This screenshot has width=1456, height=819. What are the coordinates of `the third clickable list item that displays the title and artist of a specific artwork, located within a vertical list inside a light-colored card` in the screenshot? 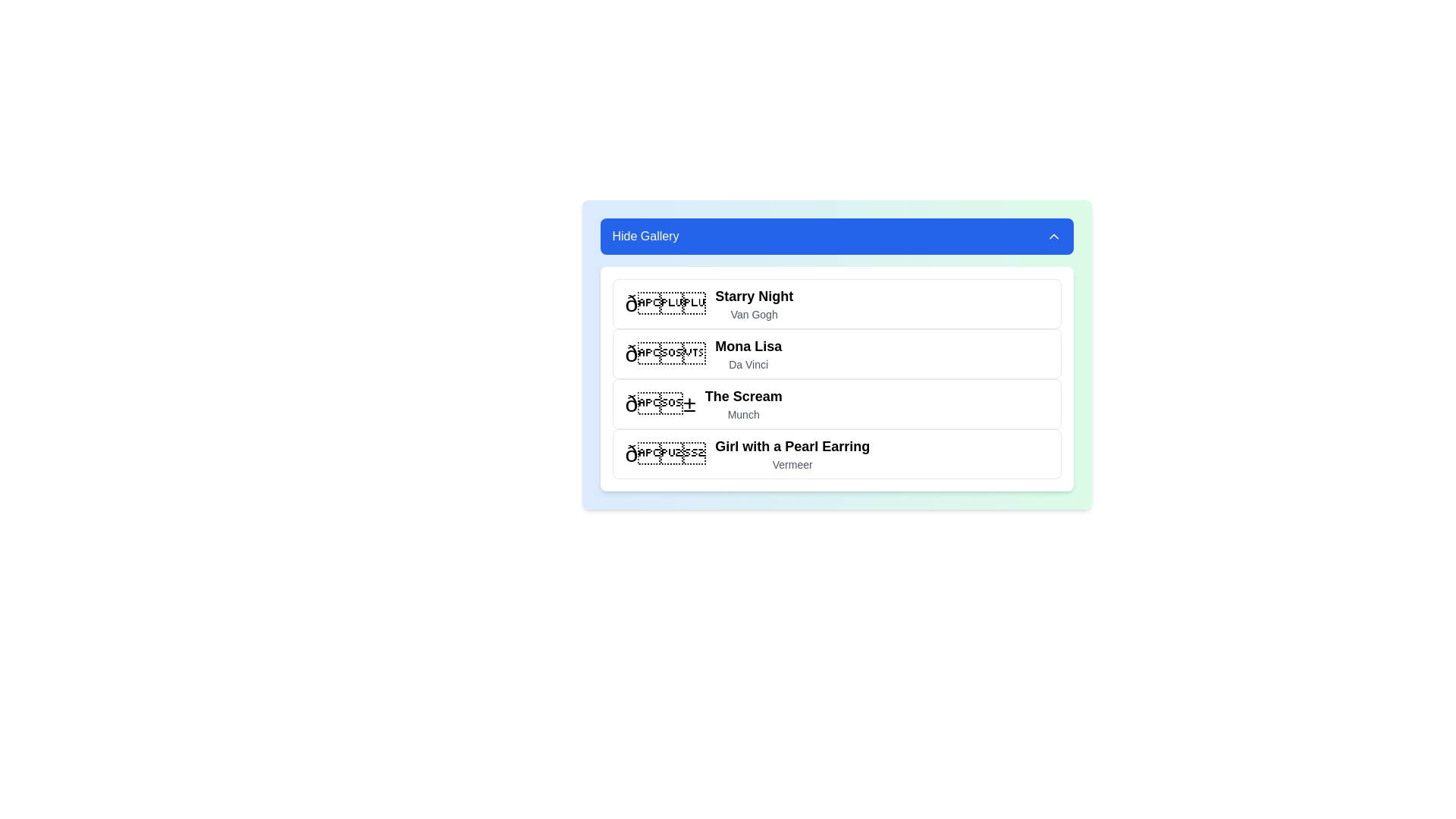 It's located at (836, 403).